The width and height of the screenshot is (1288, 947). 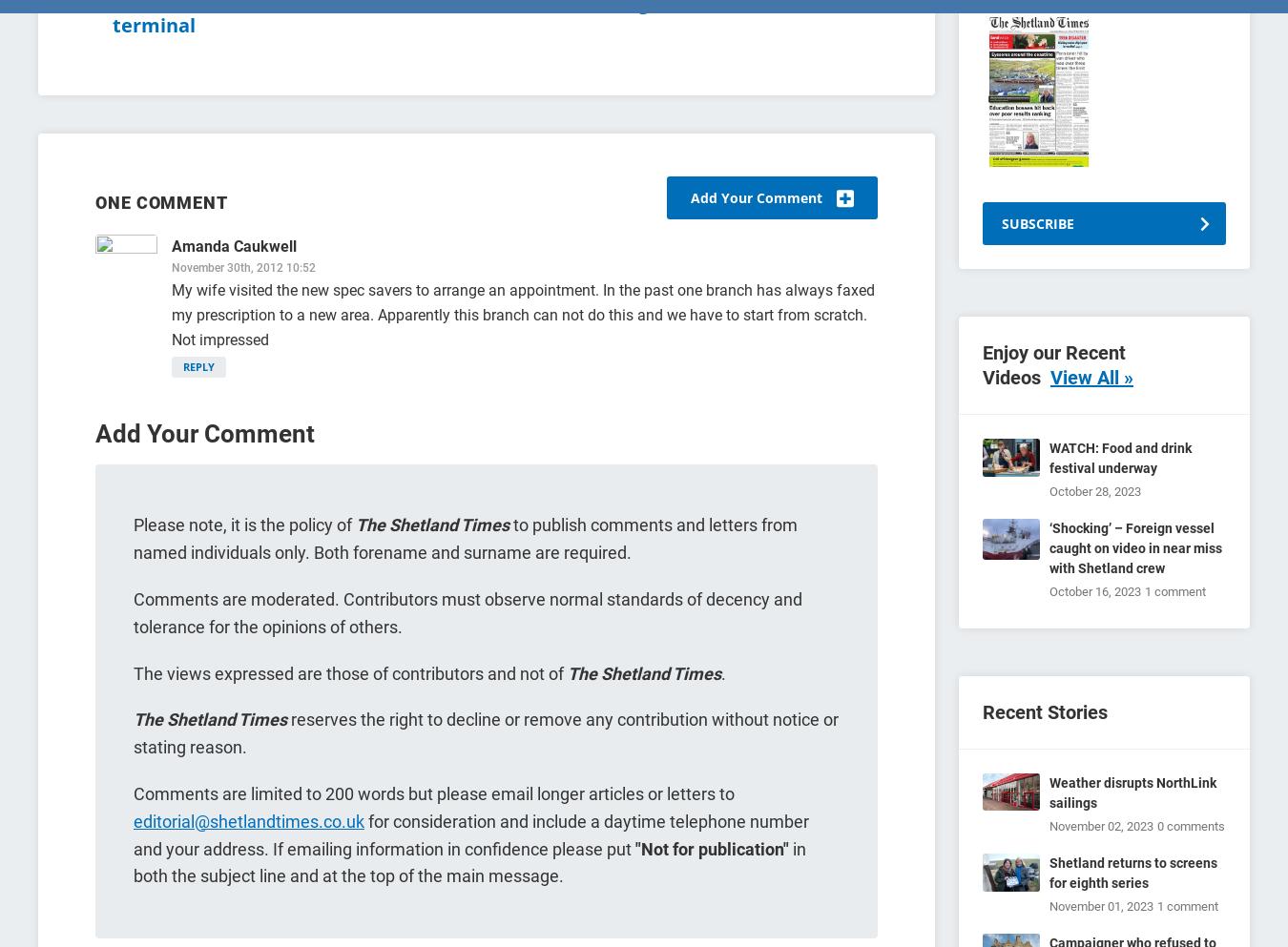 I want to click on 'Comments are moderated. Contributors must observe normal standards of decency and tolerance for the opinions of others.', so click(x=467, y=610).